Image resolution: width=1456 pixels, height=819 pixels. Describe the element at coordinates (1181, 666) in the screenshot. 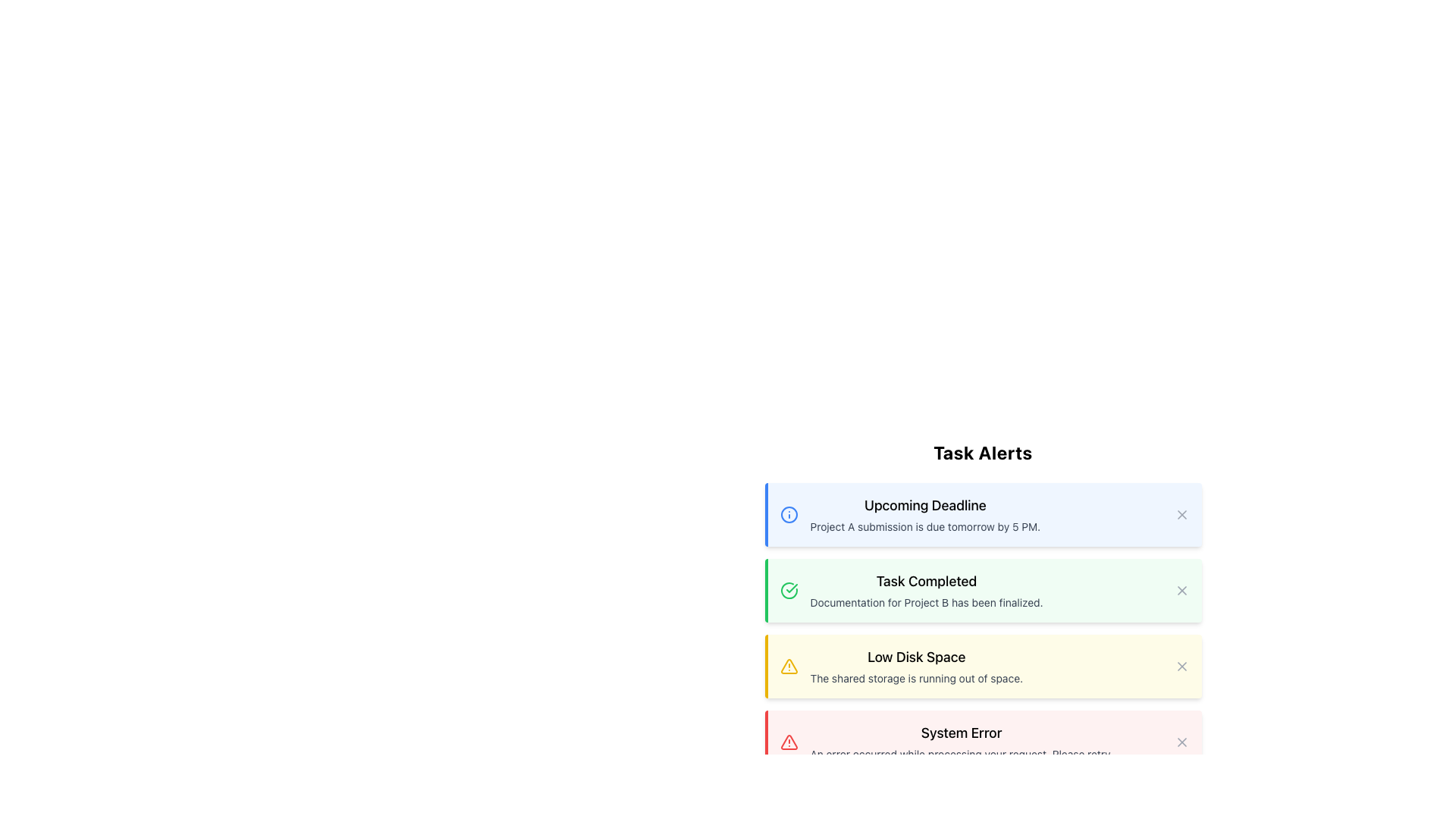

I see `the close button icon located in the top-right corner of the yellow warning card labeled 'Low Disk Space'` at that location.